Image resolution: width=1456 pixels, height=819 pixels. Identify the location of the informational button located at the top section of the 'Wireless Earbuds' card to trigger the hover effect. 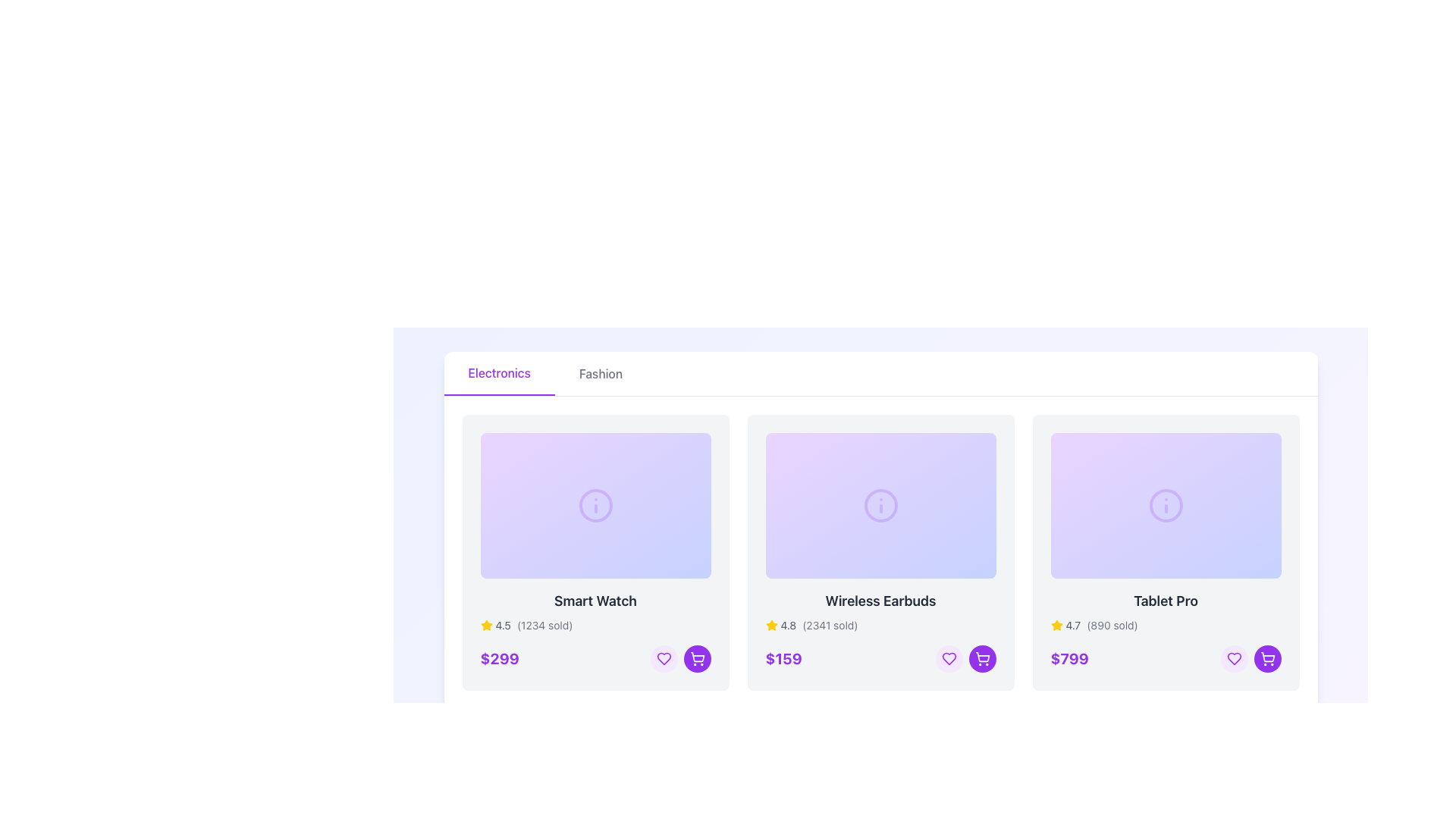
(880, 506).